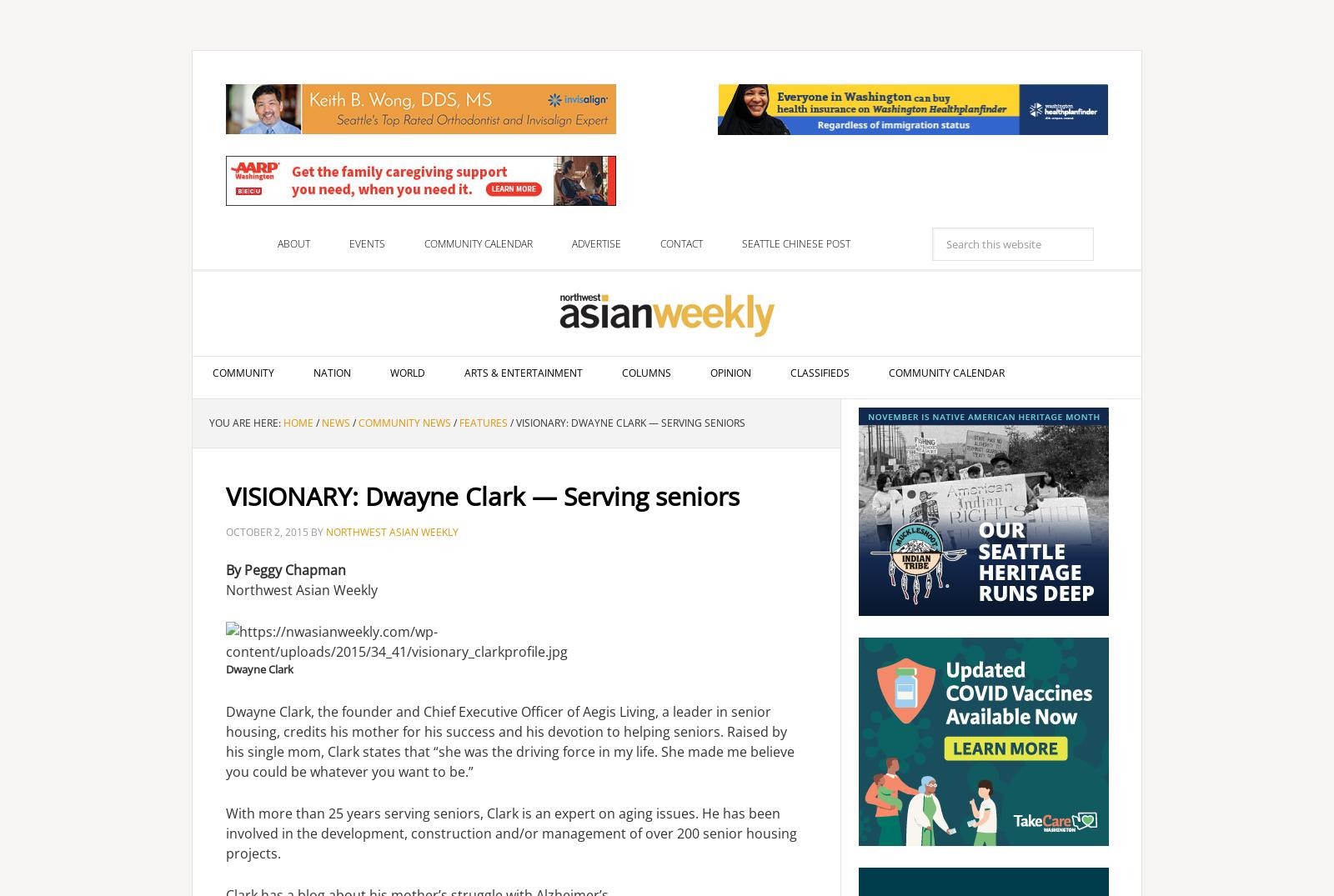 Image resolution: width=1334 pixels, height=896 pixels. What do you see at coordinates (406, 373) in the screenshot?
I see `'World'` at bounding box center [406, 373].